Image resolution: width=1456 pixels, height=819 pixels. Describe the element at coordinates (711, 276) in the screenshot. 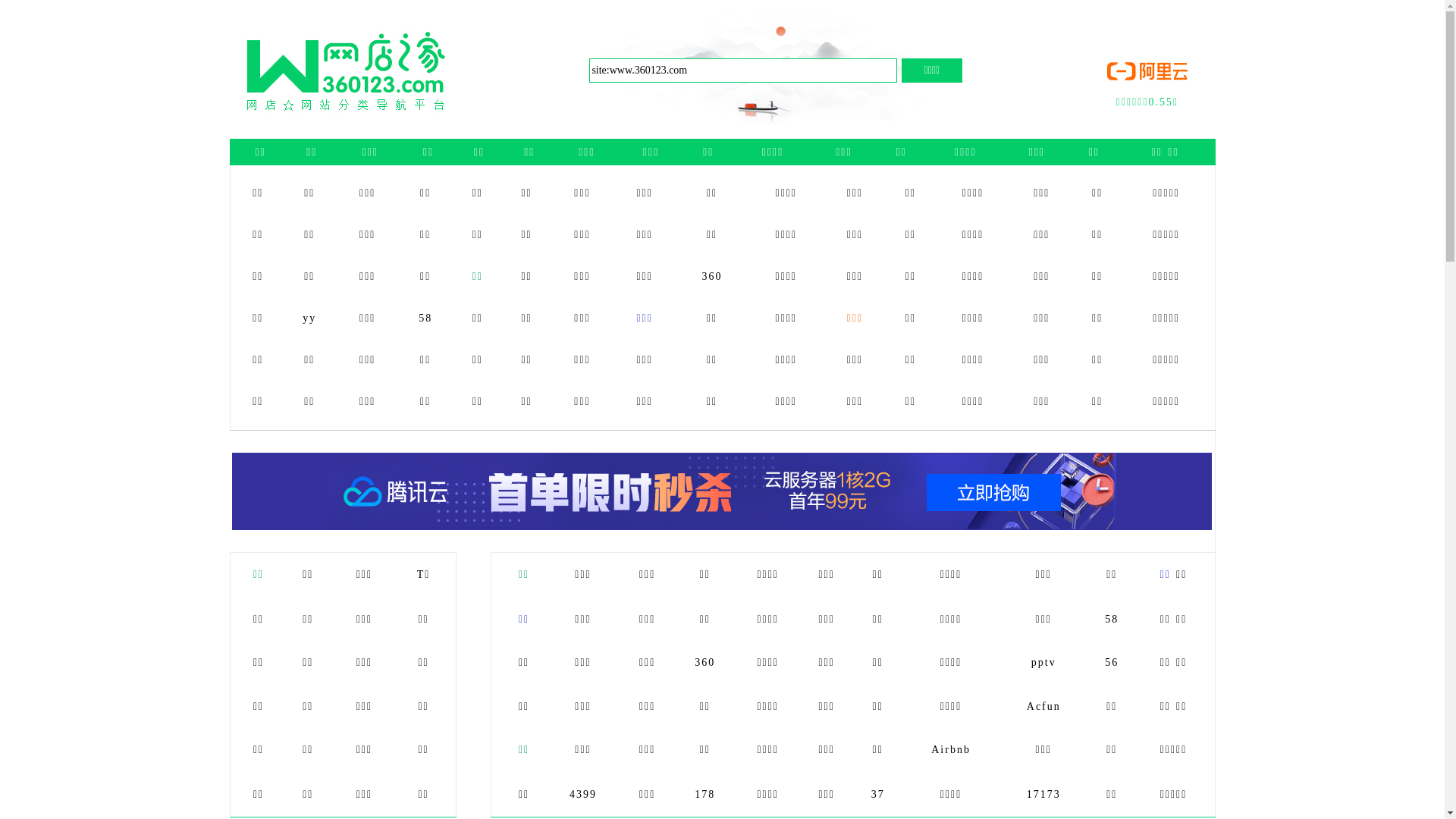

I see `'360'` at that location.